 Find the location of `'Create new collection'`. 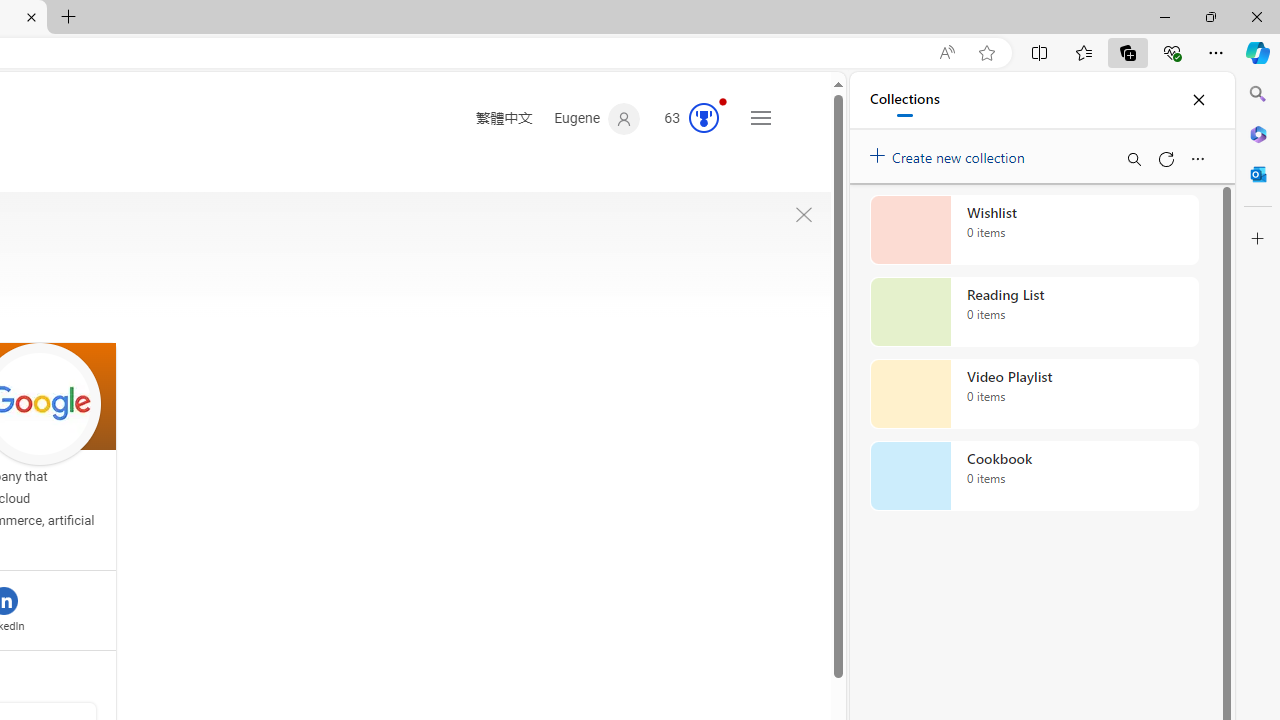

'Create new collection' is located at coordinates (950, 152).